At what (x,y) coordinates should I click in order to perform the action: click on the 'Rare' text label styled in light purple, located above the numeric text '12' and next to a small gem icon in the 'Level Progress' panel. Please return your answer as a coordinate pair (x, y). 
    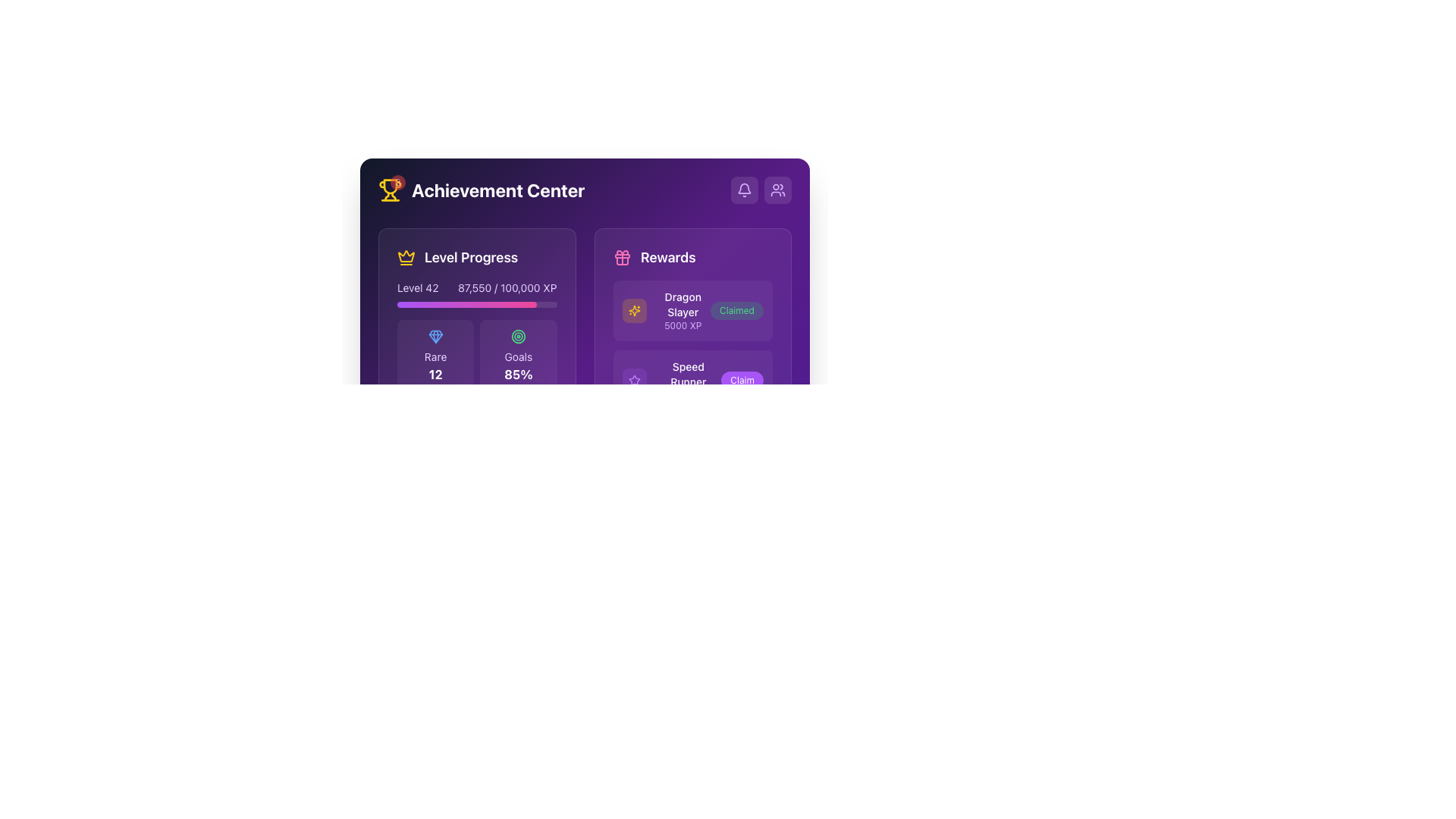
    Looking at the image, I should click on (435, 356).